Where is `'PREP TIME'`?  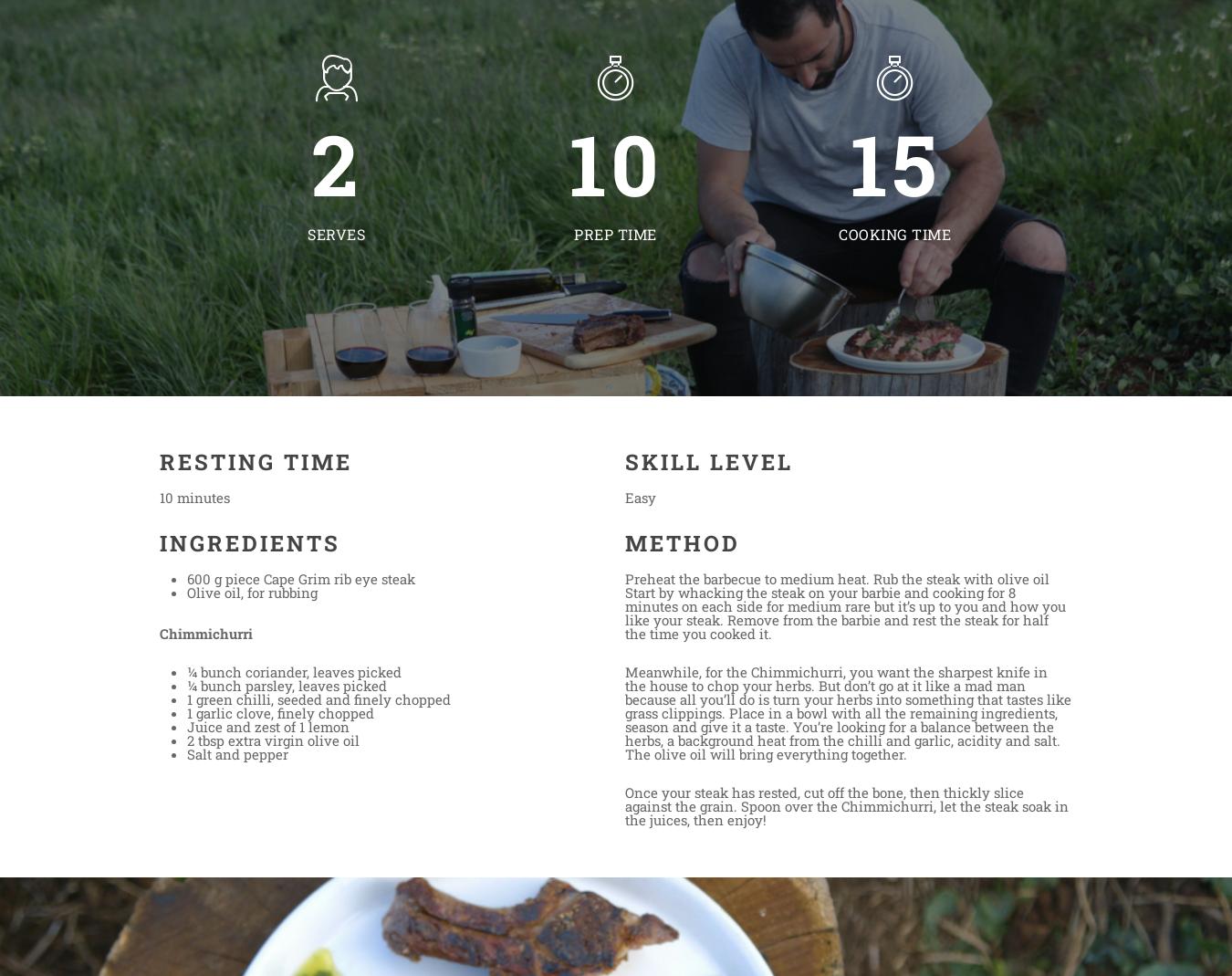 'PREP TIME' is located at coordinates (615, 232).